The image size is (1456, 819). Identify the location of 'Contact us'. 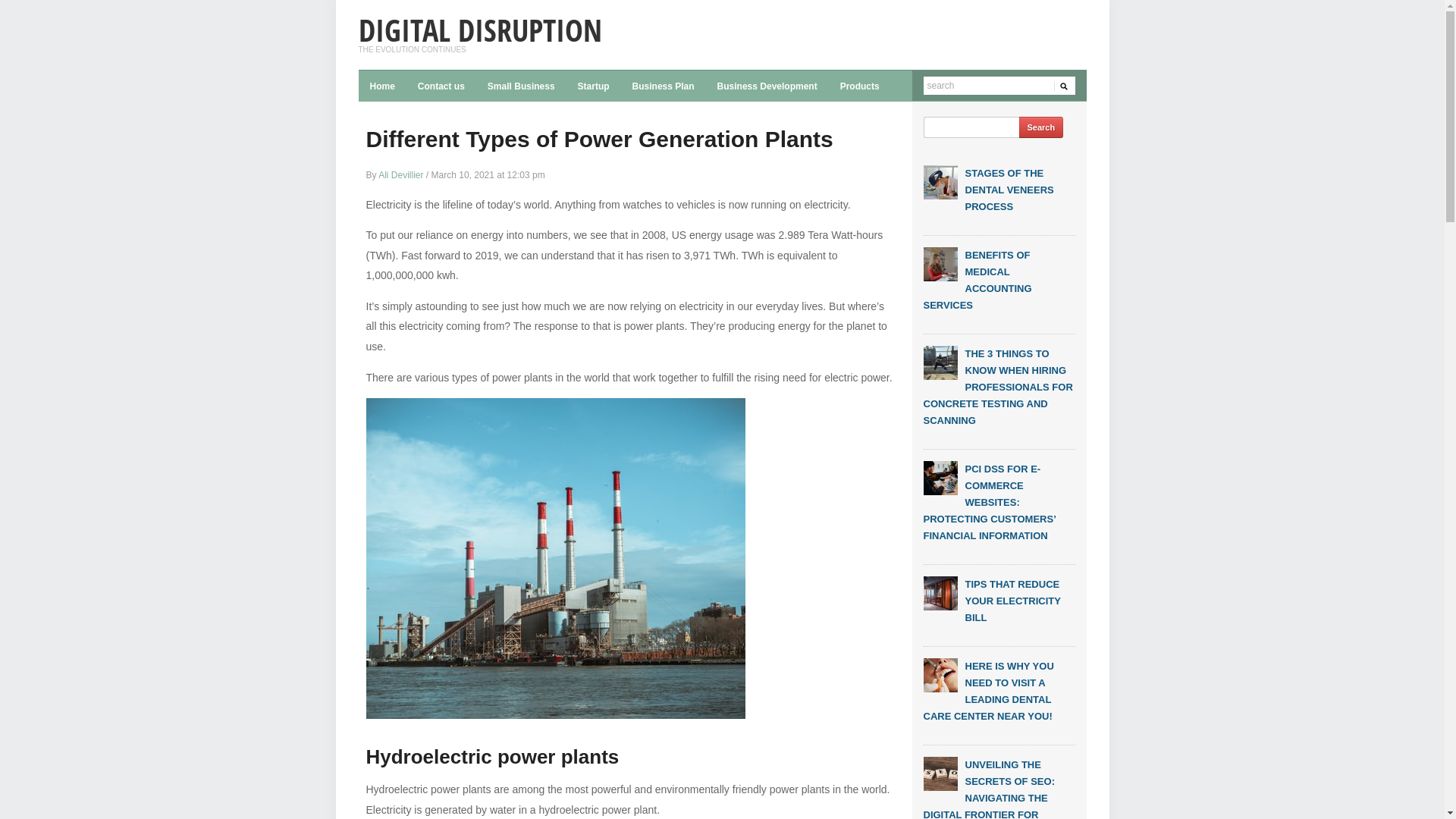
(406, 85).